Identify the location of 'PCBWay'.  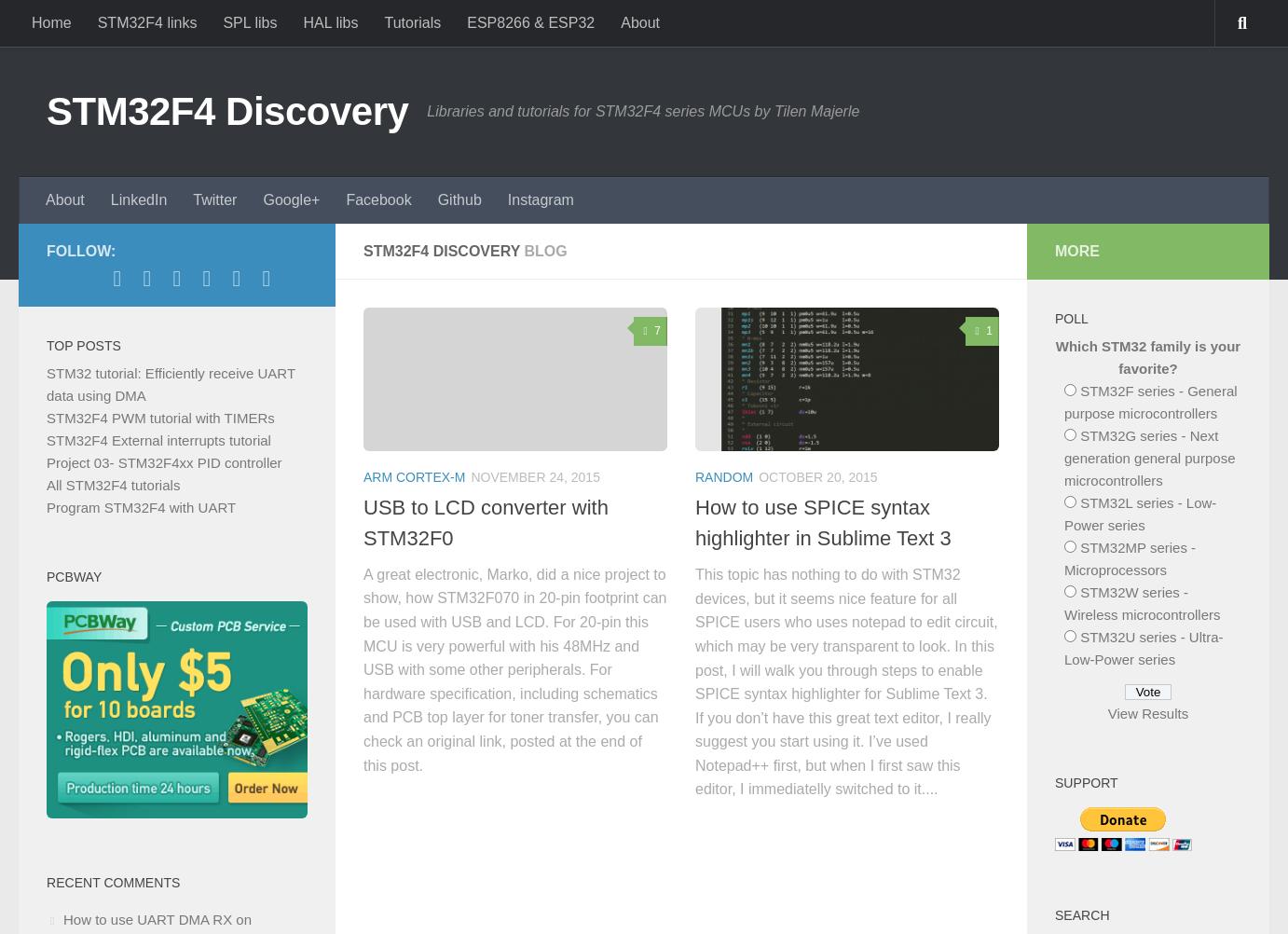
(74, 576).